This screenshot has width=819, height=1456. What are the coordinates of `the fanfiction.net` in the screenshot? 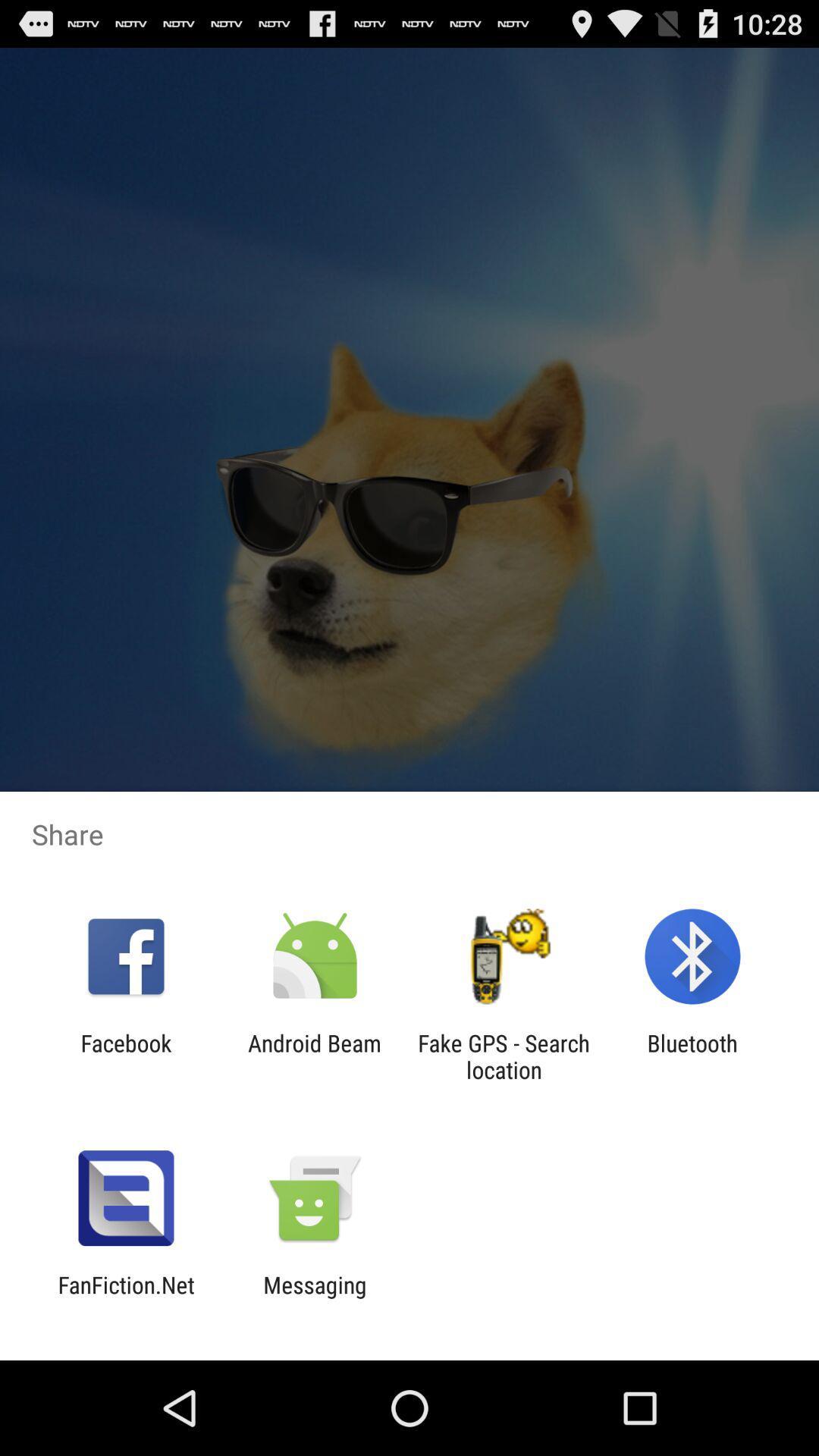 It's located at (125, 1298).